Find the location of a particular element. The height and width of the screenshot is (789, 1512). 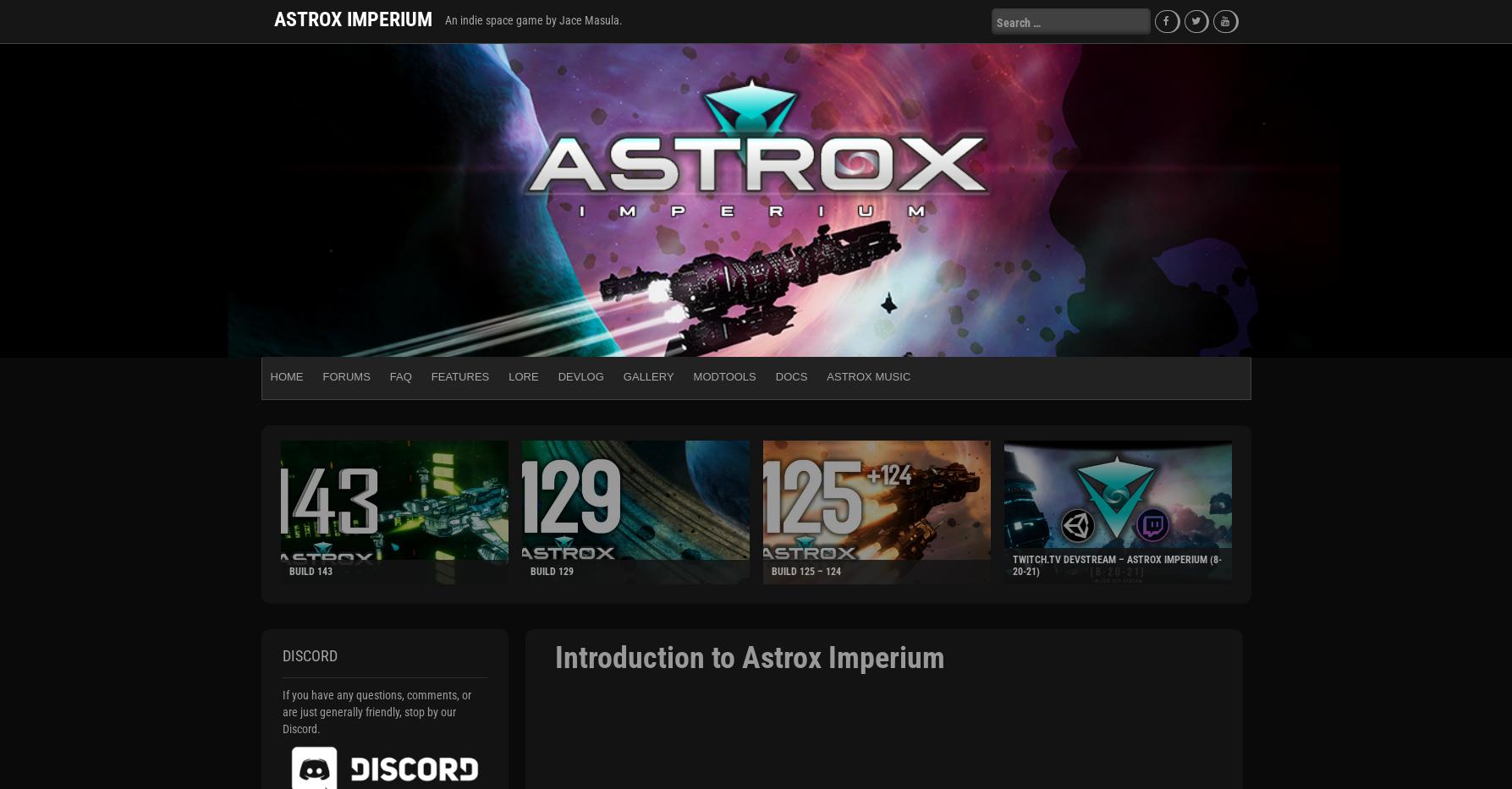

'Twitch.tv DevStream – Astrox Imperium (8-20-21)' is located at coordinates (1115, 564).